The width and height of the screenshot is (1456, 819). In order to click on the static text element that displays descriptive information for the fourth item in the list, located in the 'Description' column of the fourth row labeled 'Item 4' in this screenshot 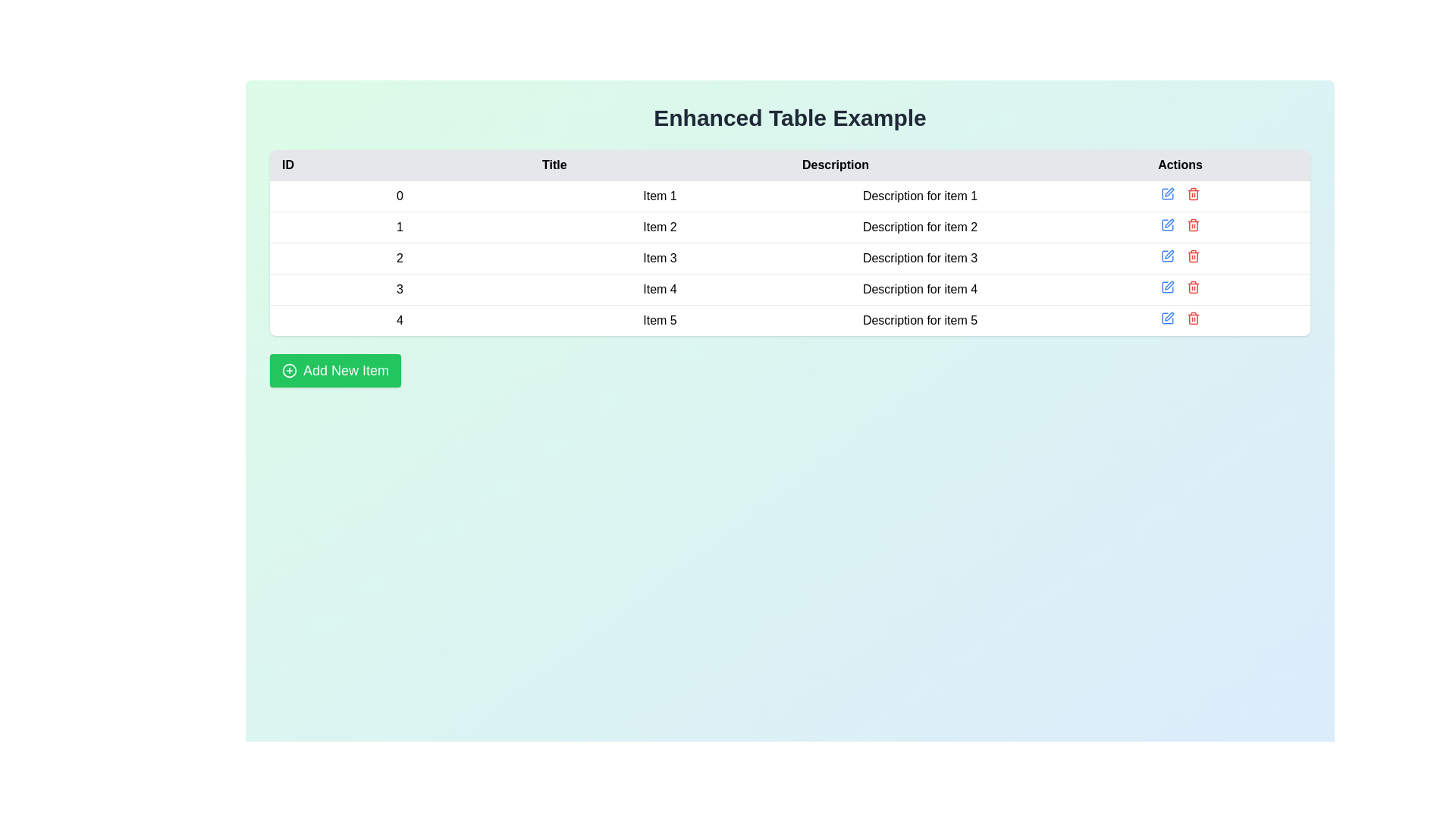, I will do `click(919, 289)`.